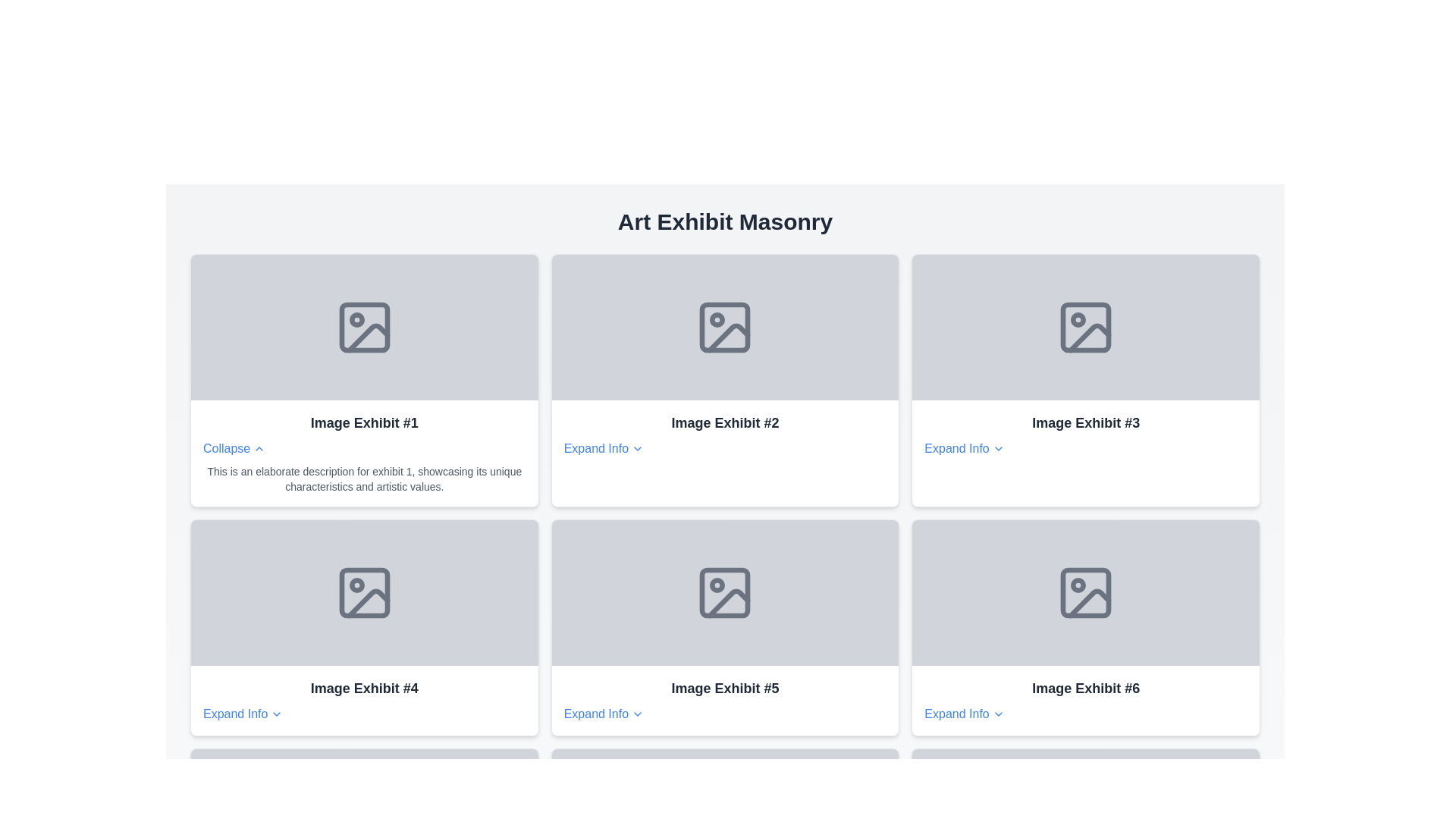 Image resolution: width=1456 pixels, height=819 pixels. Describe the element at coordinates (603, 447) in the screenshot. I see `the blue 'Expand Info' link with a downward chevron icon adjacent to it, located at the bottom of the box labeled 'Image Exhibit #2'` at that location.